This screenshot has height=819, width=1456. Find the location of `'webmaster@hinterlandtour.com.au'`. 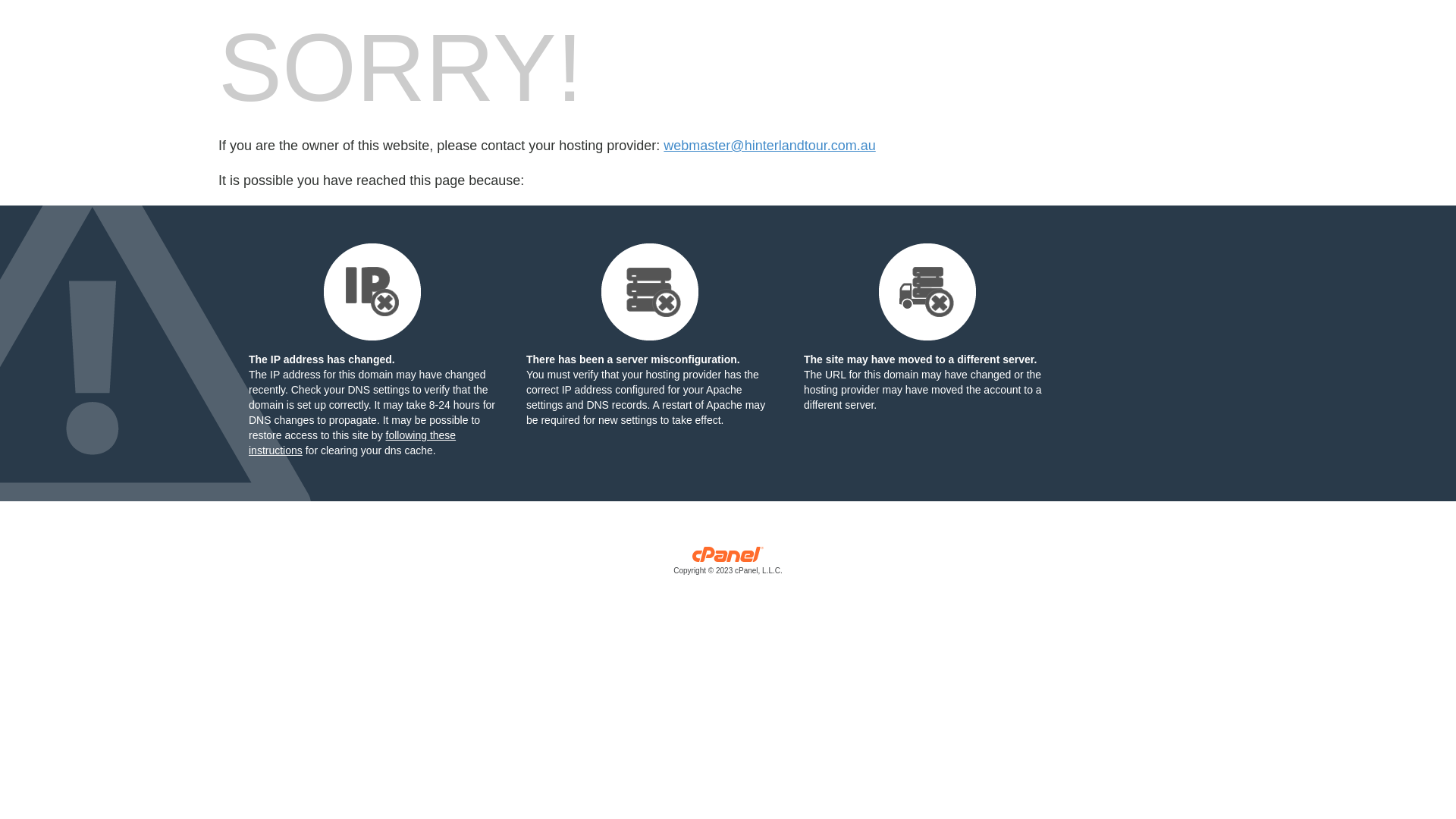

'webmaster@hinterlandtour.com.au' is located at coordinates (769, 146).